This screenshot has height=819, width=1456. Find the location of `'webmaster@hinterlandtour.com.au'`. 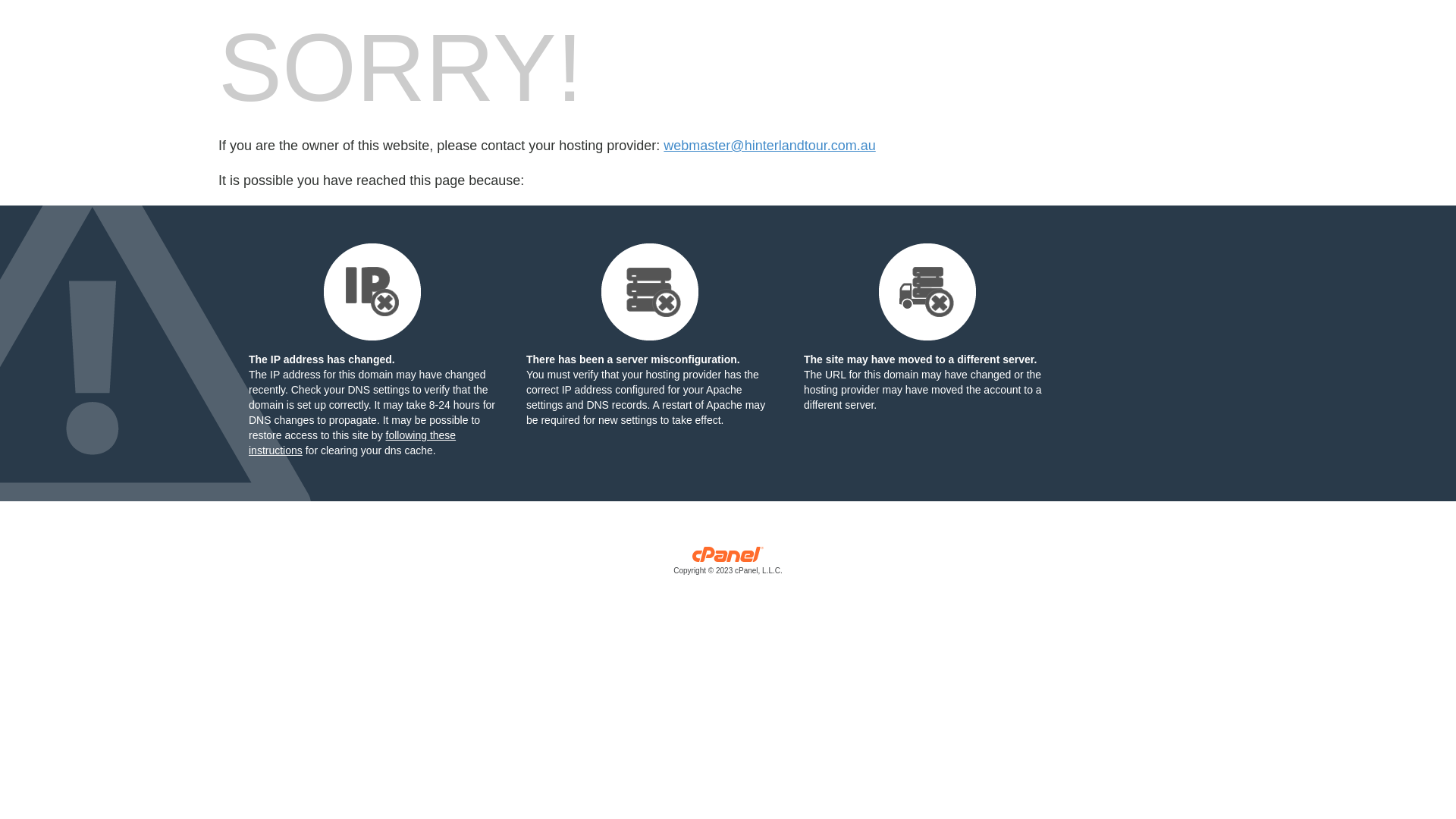

'webmaster@hinterlandtour.com.au' is located at coordinates (769, 146).